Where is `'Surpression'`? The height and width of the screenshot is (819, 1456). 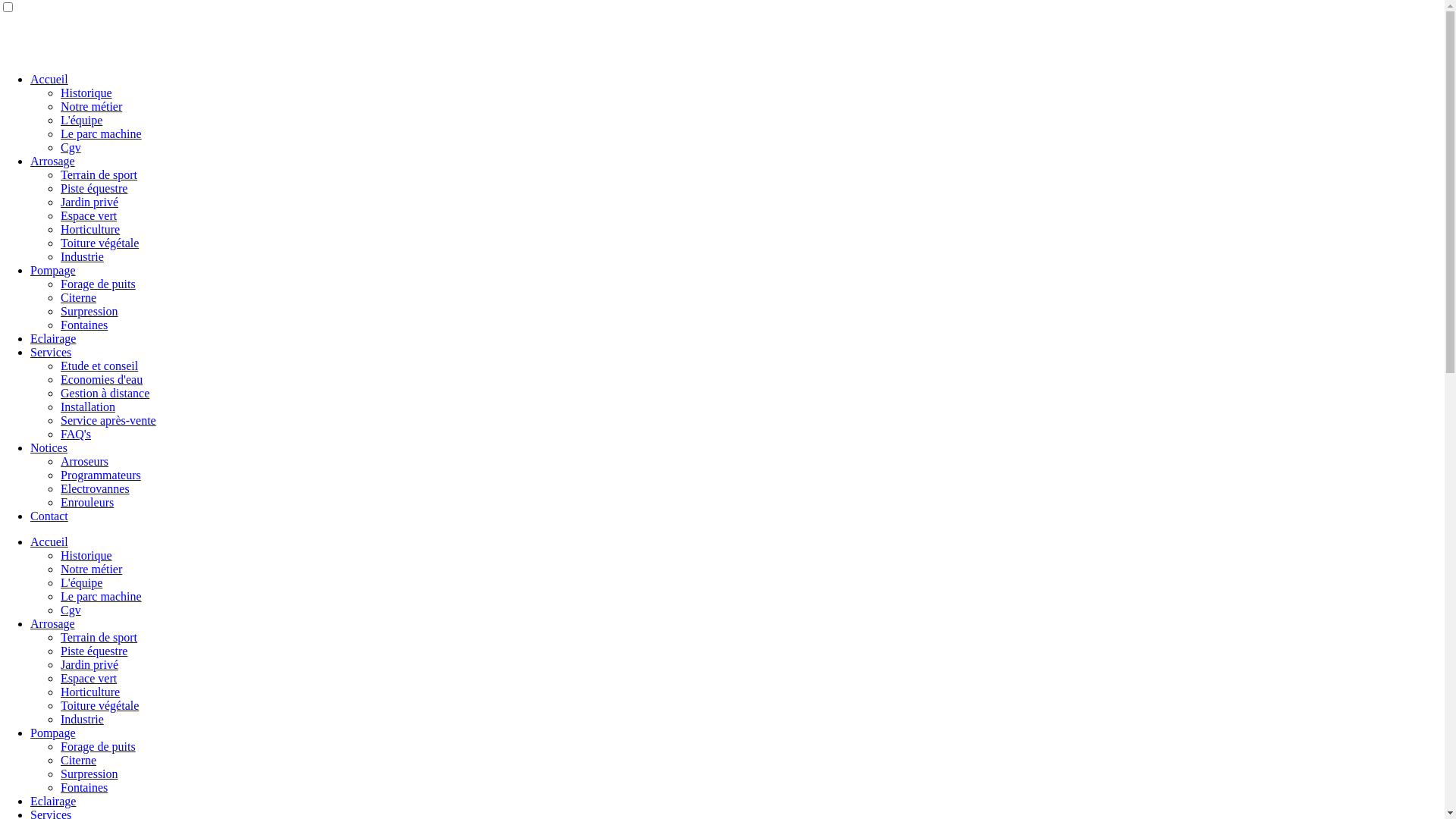
'Surpression' is located at coordinates (89, 310).